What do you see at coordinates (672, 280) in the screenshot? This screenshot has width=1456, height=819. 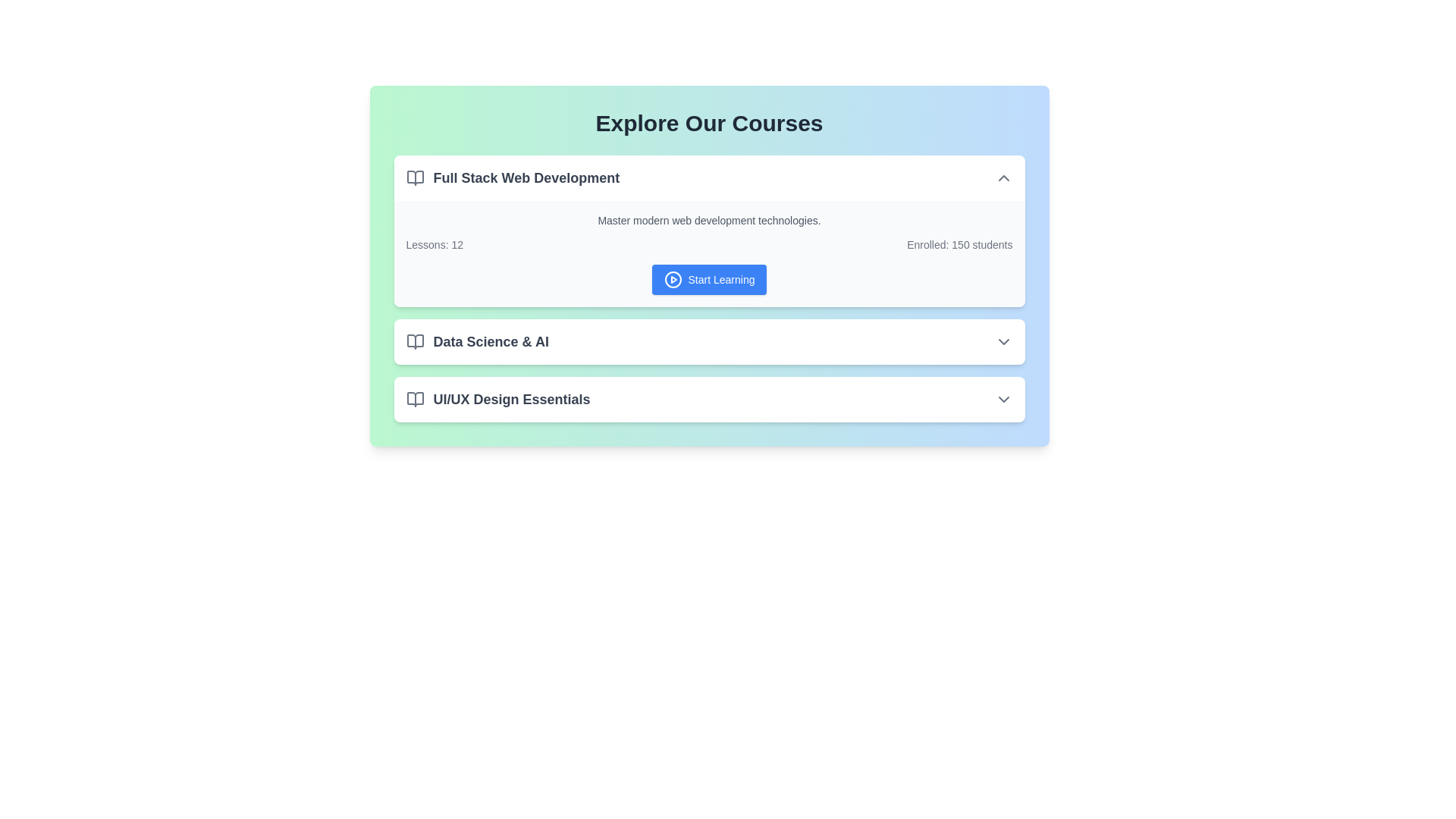 I see `the play icon located to the left of the 'Start Learning' button in the 'Full Stack Web Development' card` at bounding box center [672, 280].